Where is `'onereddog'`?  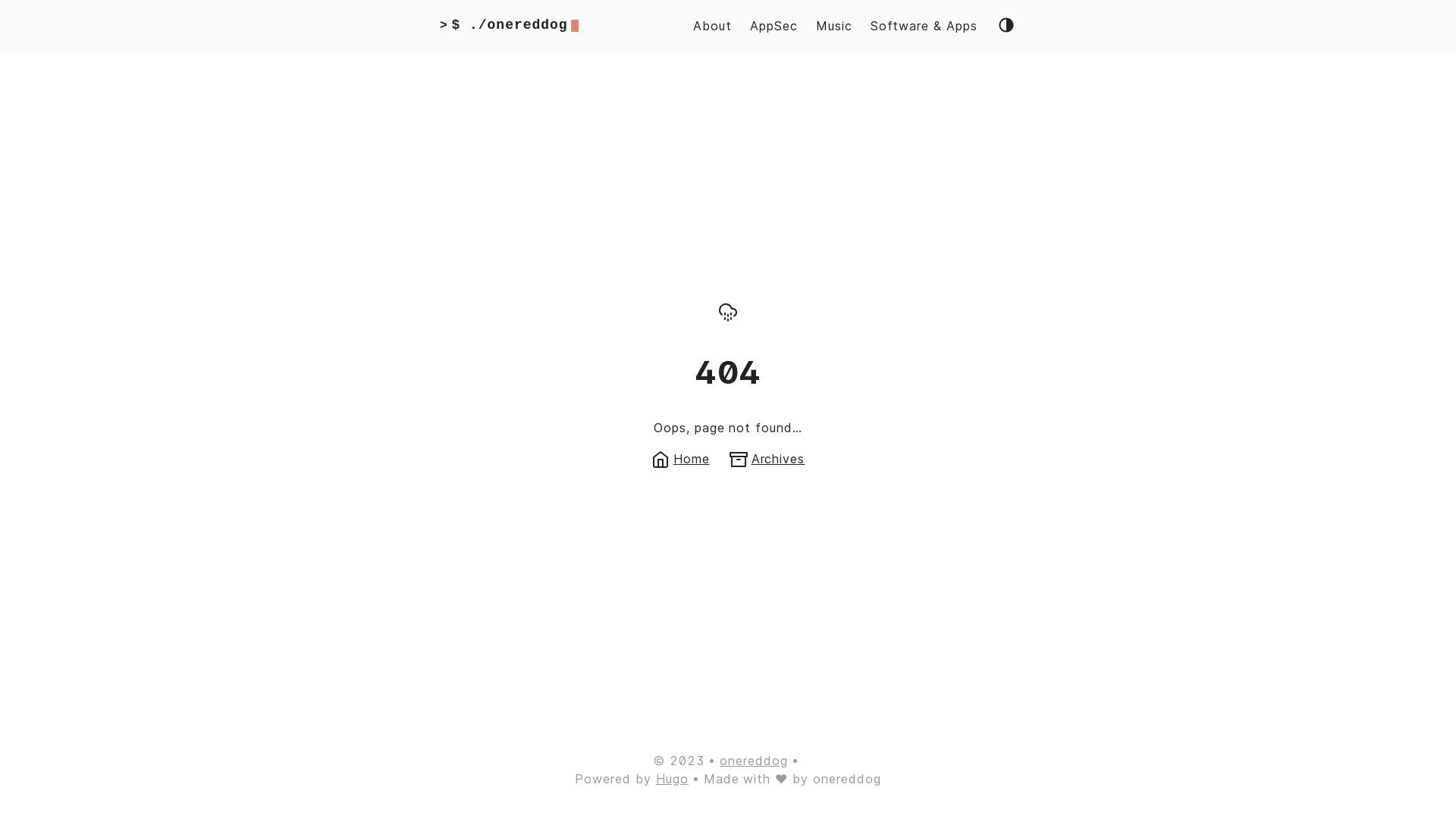 'onereddog' is located at coordinates (753, 760).